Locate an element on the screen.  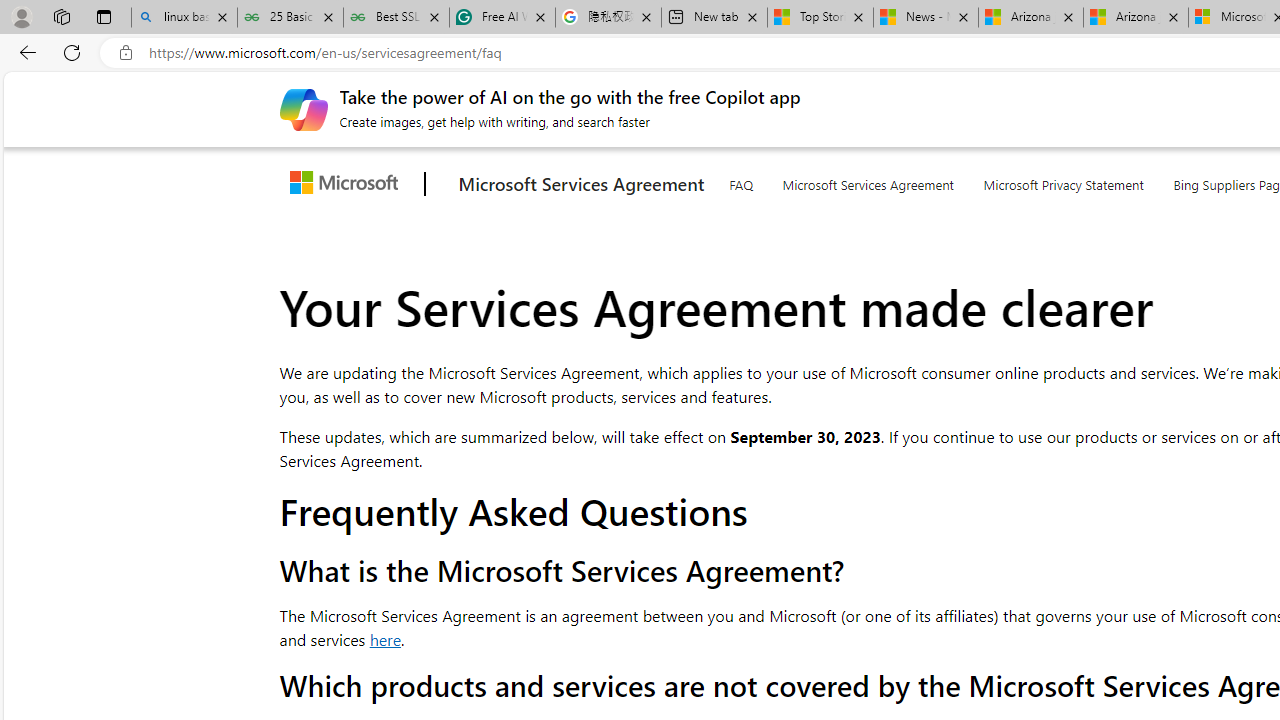
'Microsoft Privacy Statement' is located at coordinates (1062, 181).